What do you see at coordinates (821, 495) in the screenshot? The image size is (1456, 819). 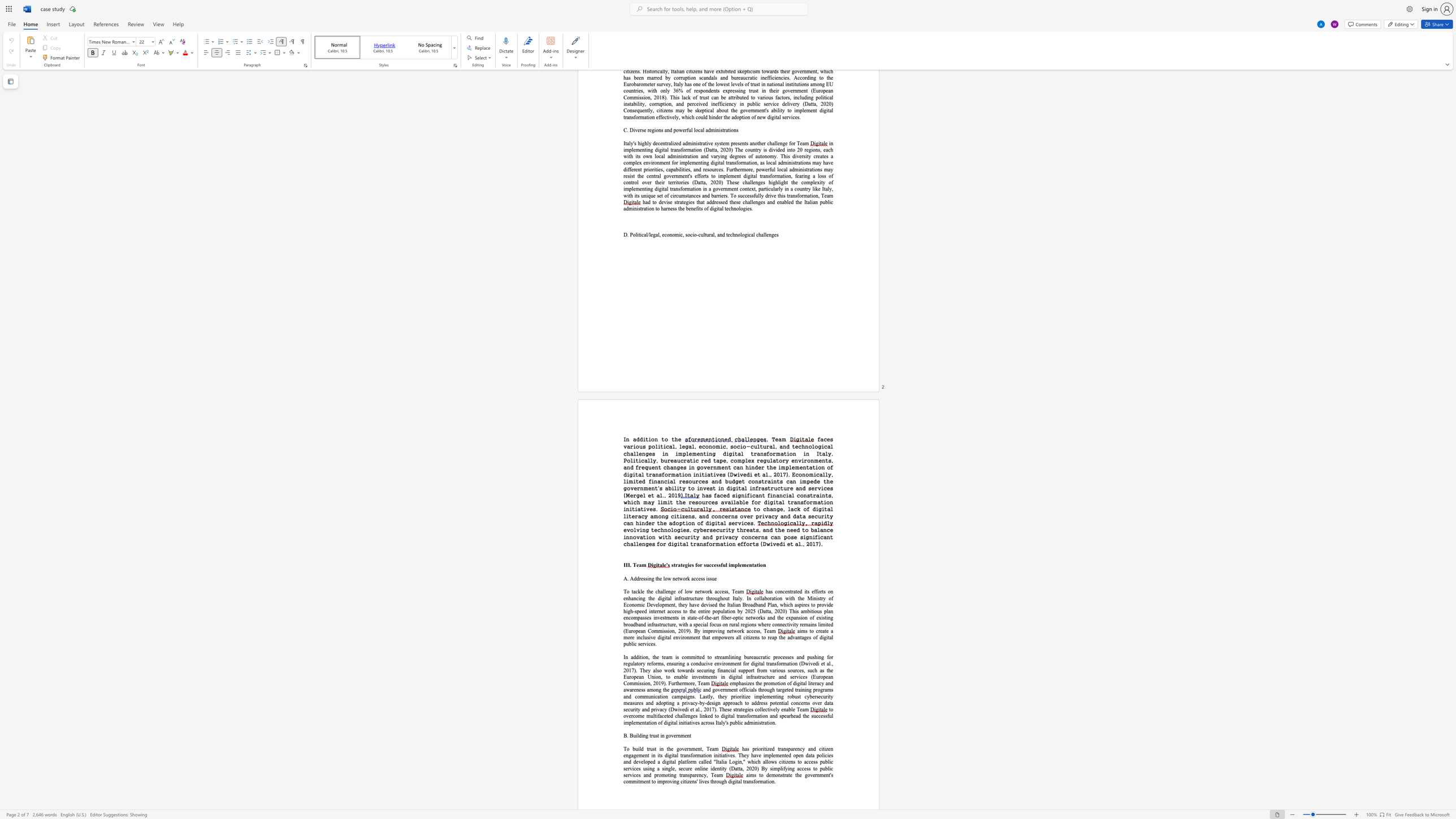 I see `the subset text "nts, which may limit the reso" within the text "has faced significant financial constraints, which may limit the resources available for digital transformation initiatives."` at bounding box center [821, 495].